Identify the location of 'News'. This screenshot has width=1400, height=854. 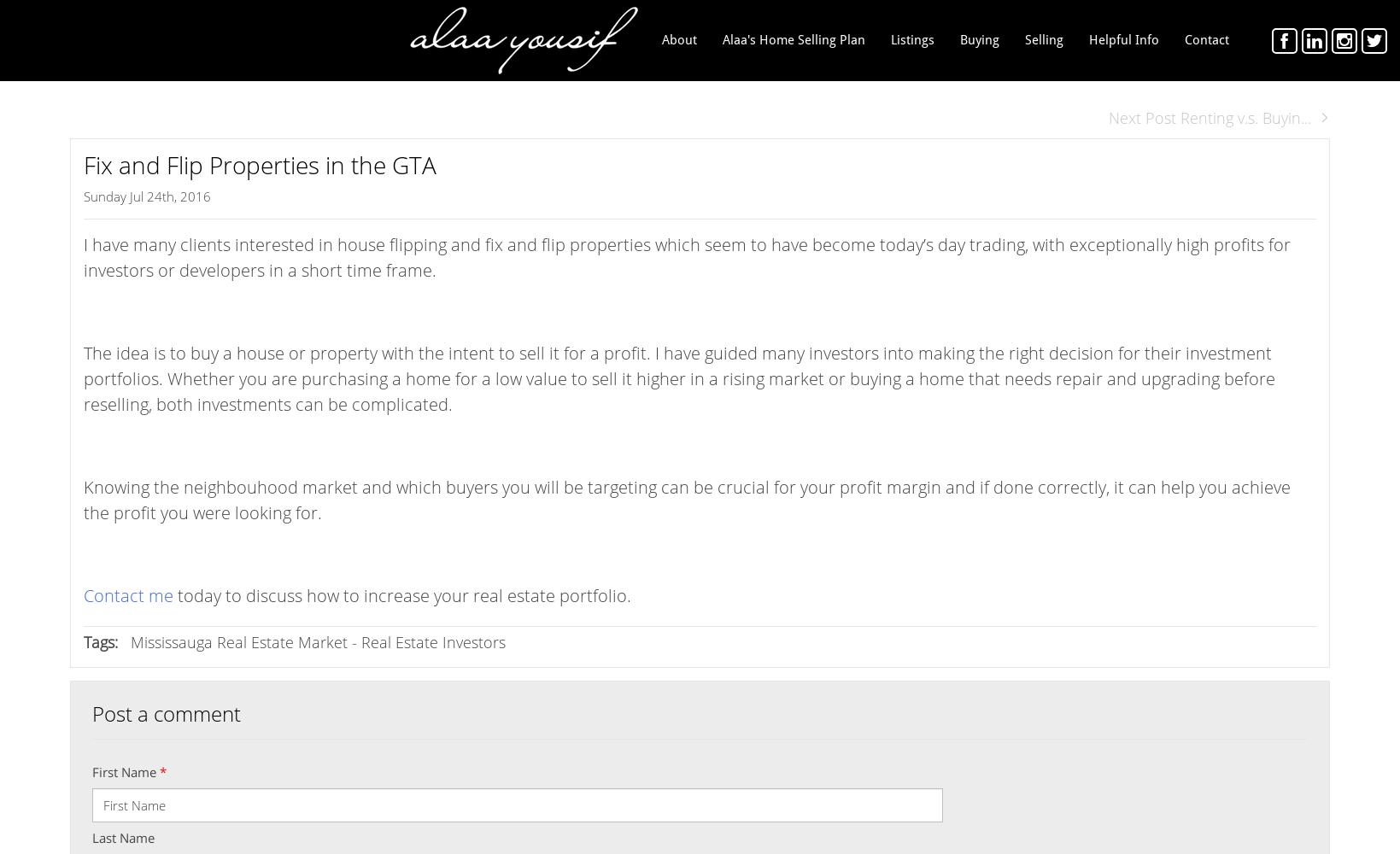
(1088, 115).